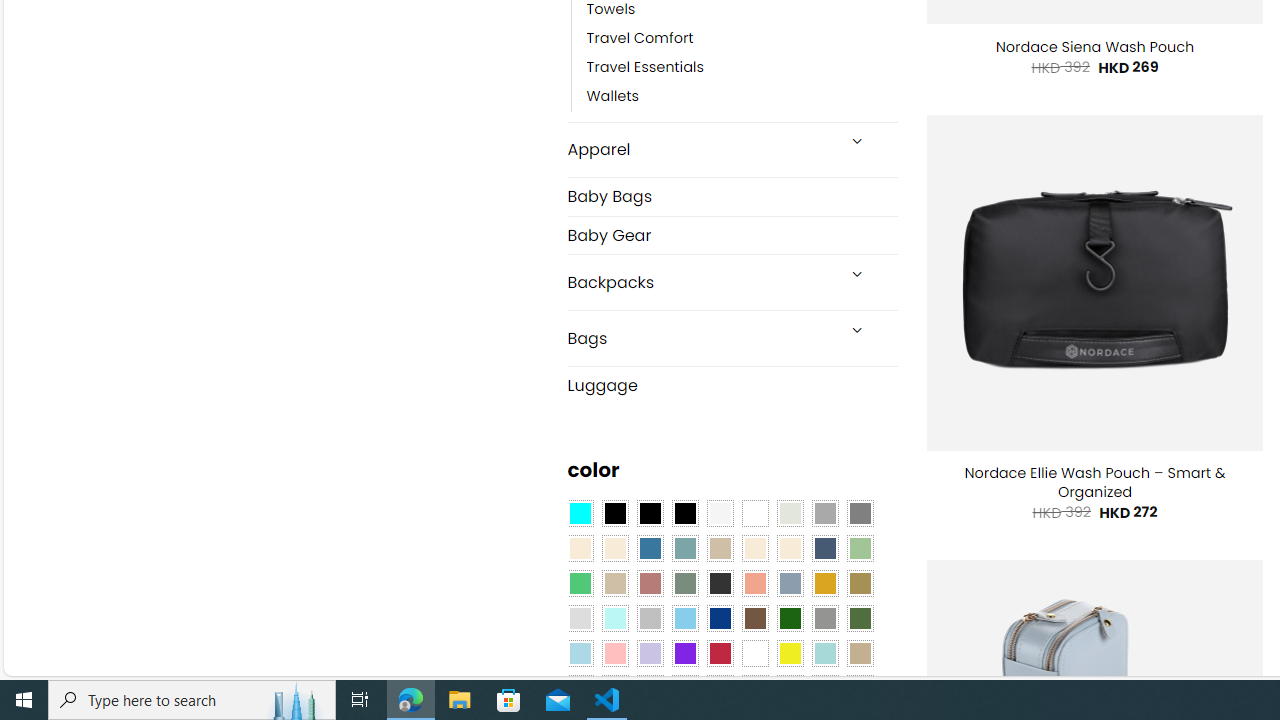  Describe the element at coordinates (578, 618) in the screenshot. I see `'Light Gray'` at that location.